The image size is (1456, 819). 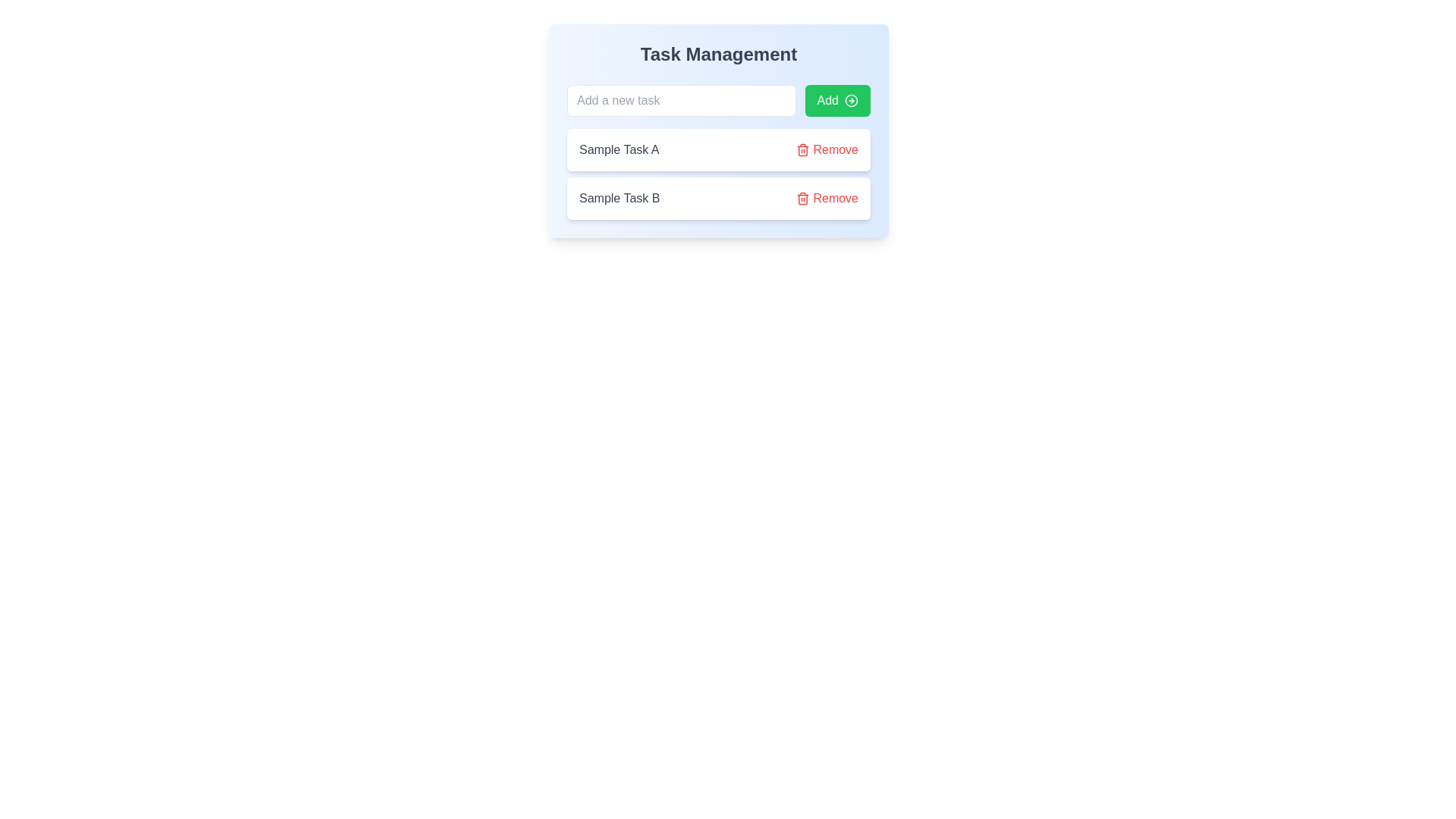 What do you see at coordinates (802, 149) in the screenshot?
I see `the red trash can icon located to the left of the 'Remove' text in the task management list for visual feedback` at bounding box center [802, 149].